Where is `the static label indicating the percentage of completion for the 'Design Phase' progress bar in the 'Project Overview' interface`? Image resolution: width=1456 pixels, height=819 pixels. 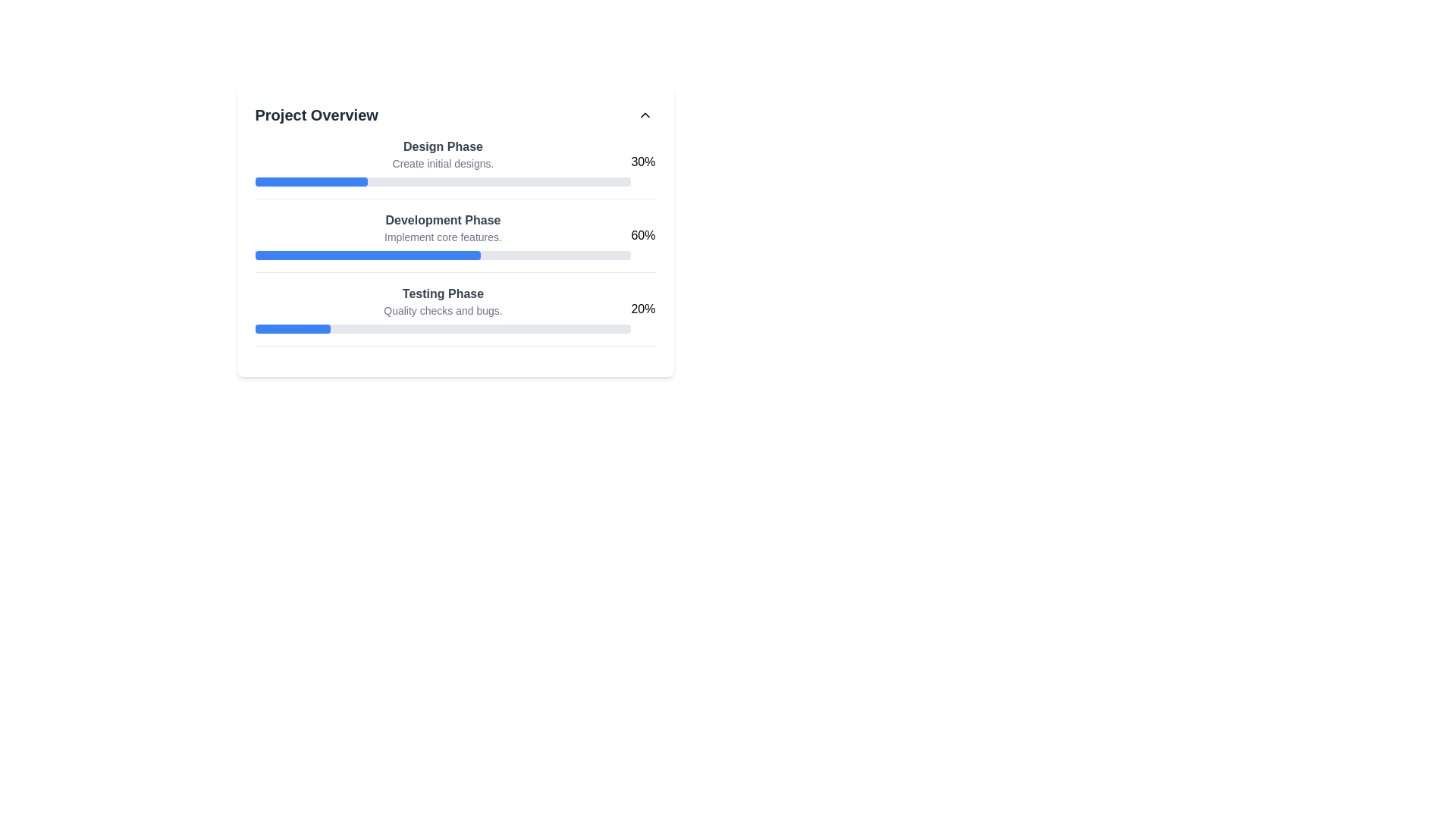
the static label indicating the percentage of completion for the 'Design Phase' progress bar in the 'Project Overview' interface is located at coordinates (643, 162).